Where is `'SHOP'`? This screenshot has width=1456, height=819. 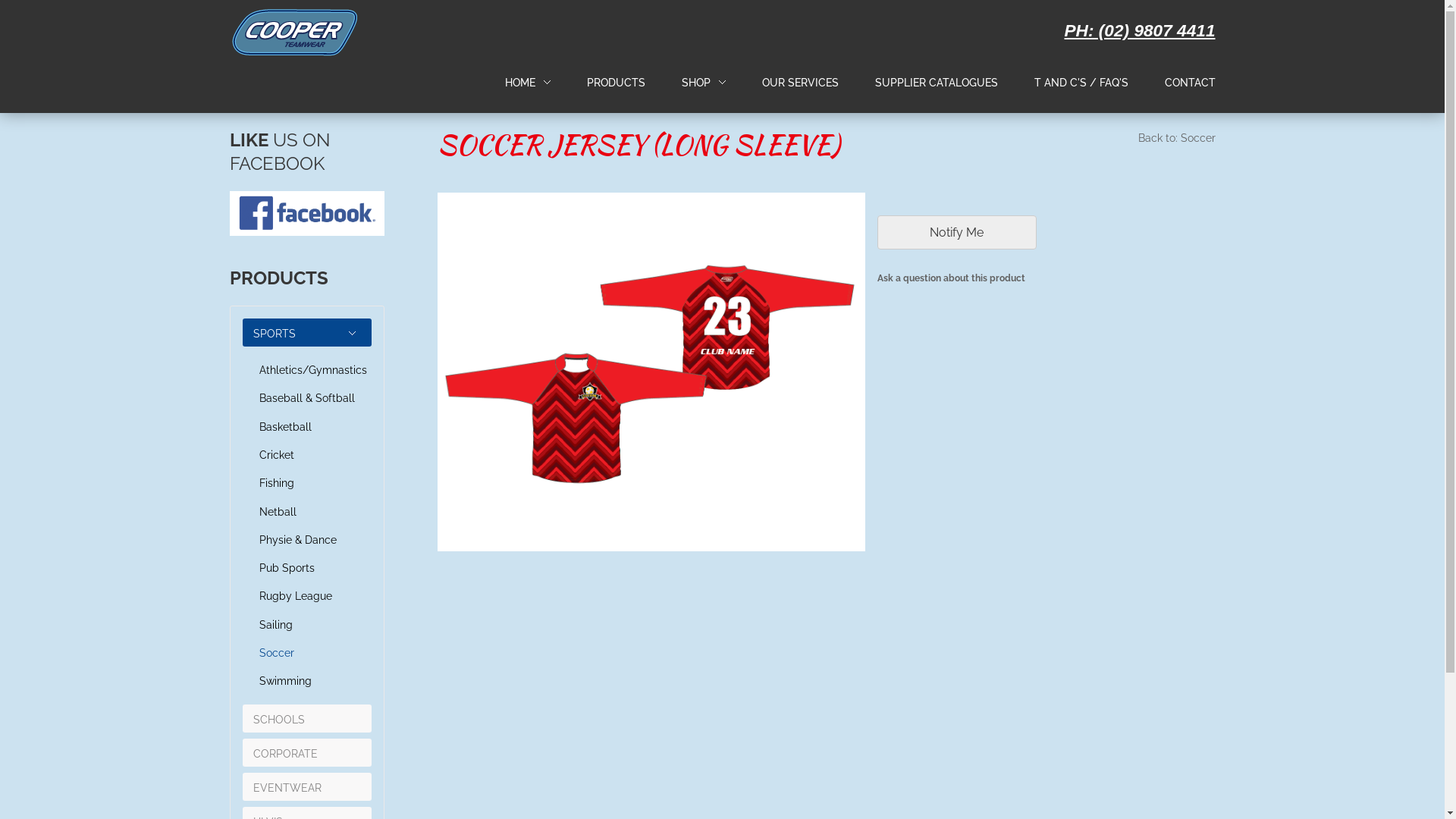
'SHOP' is located at coordinates (679, 82).